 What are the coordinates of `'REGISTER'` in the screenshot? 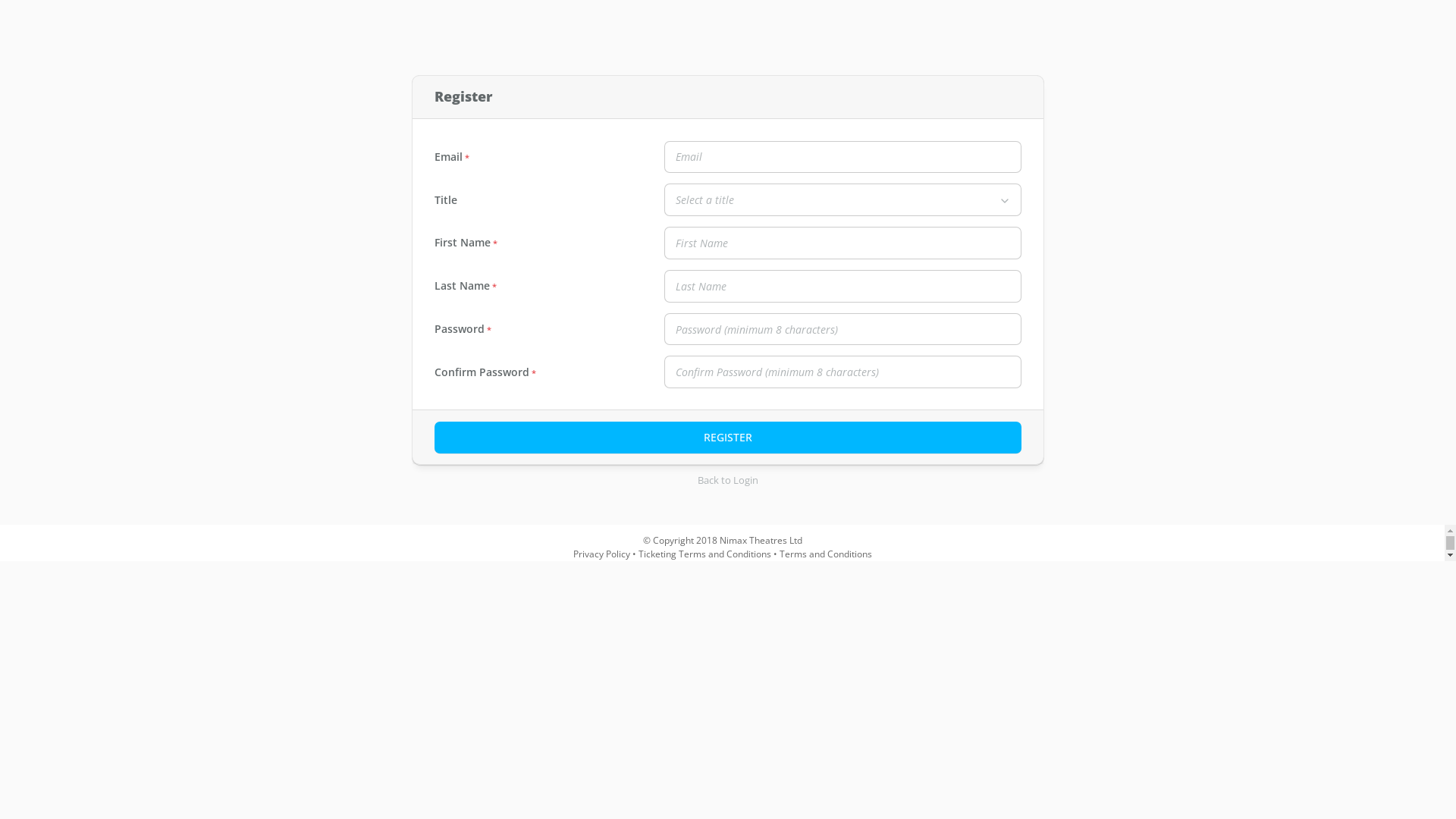 It's located at (728, 438).